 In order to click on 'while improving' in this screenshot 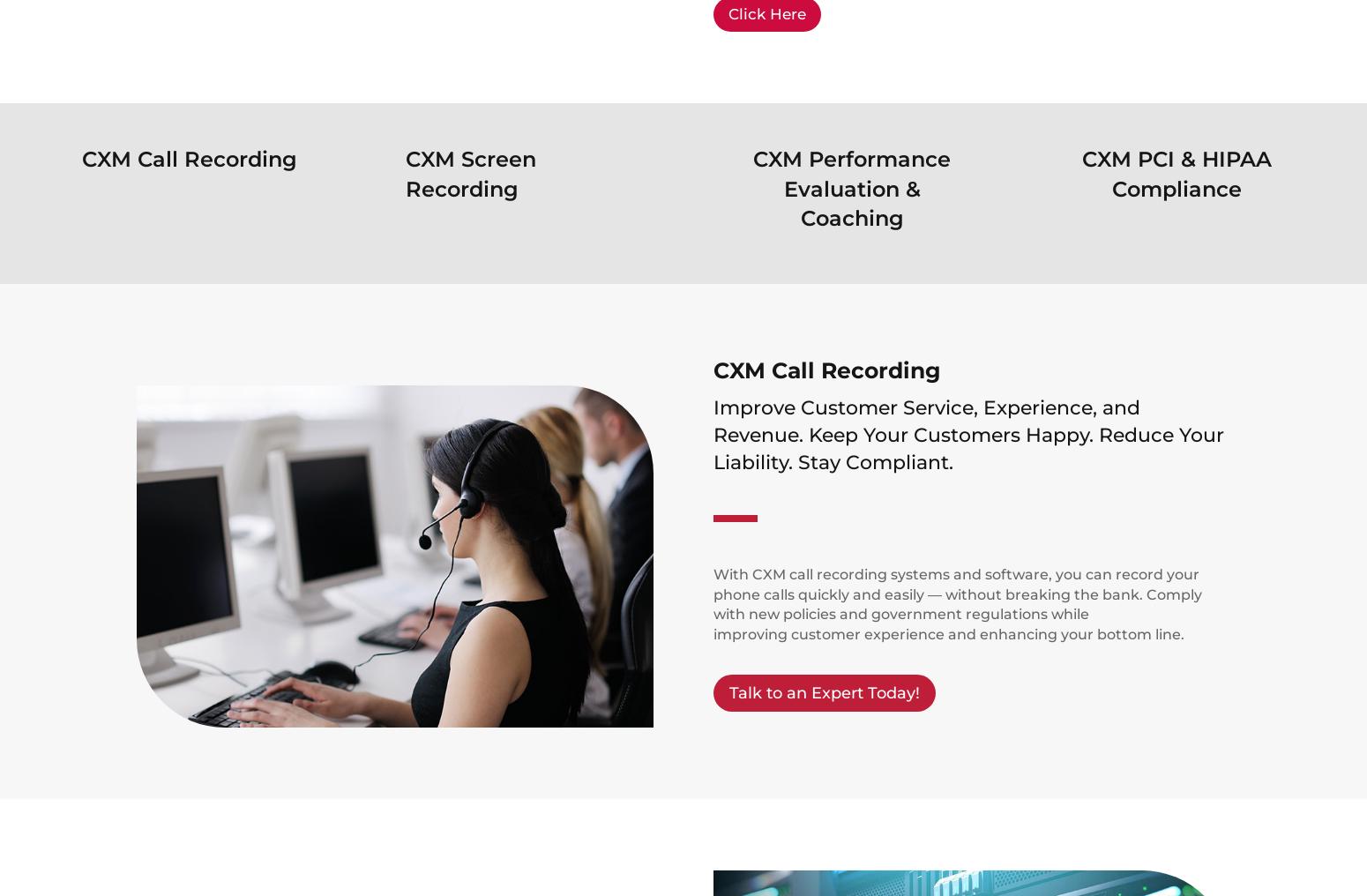, I will do `click(712, 623)`.